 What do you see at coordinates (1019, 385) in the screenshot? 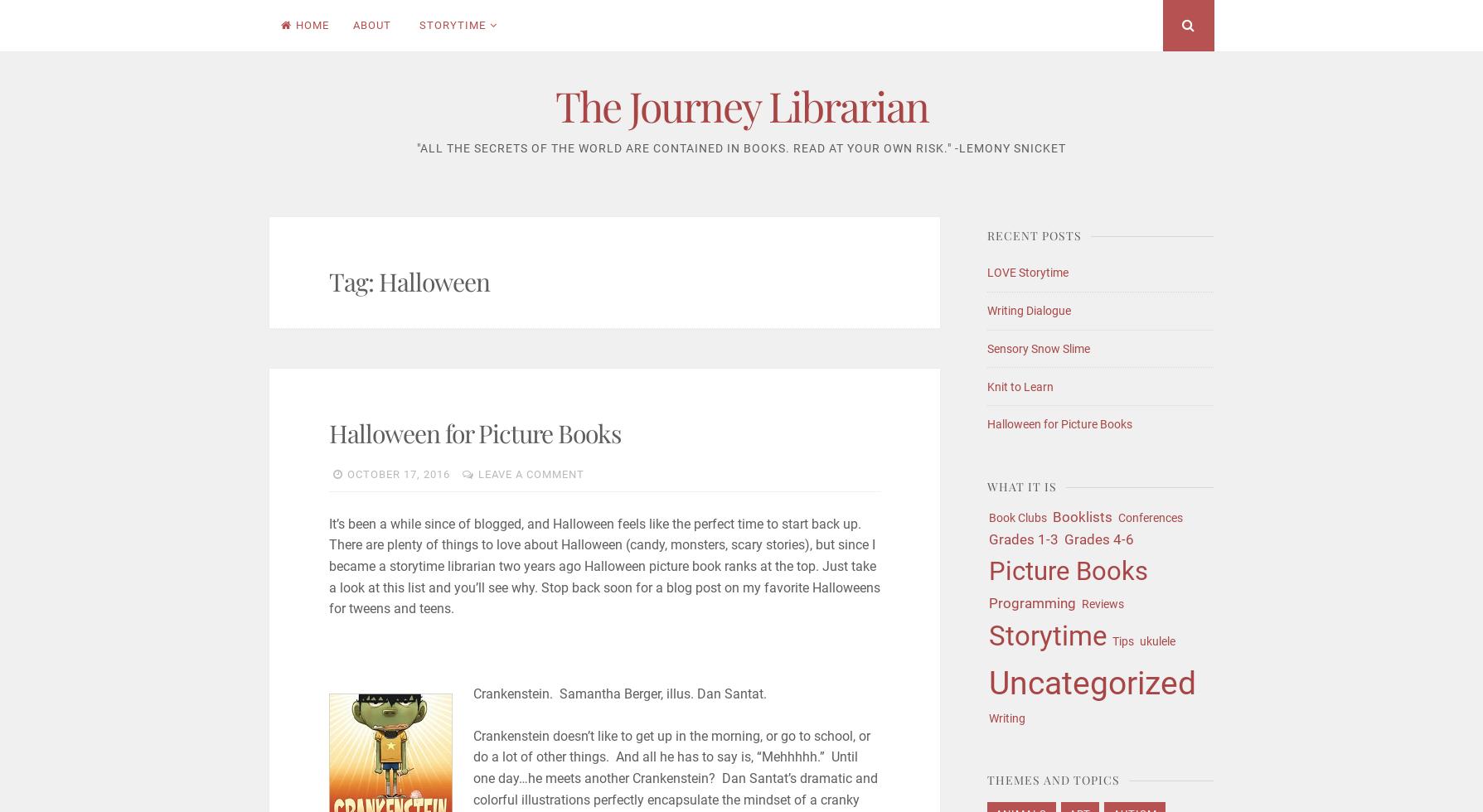
I see `'Knit to Learn'` at bounding box center [1019, 385].